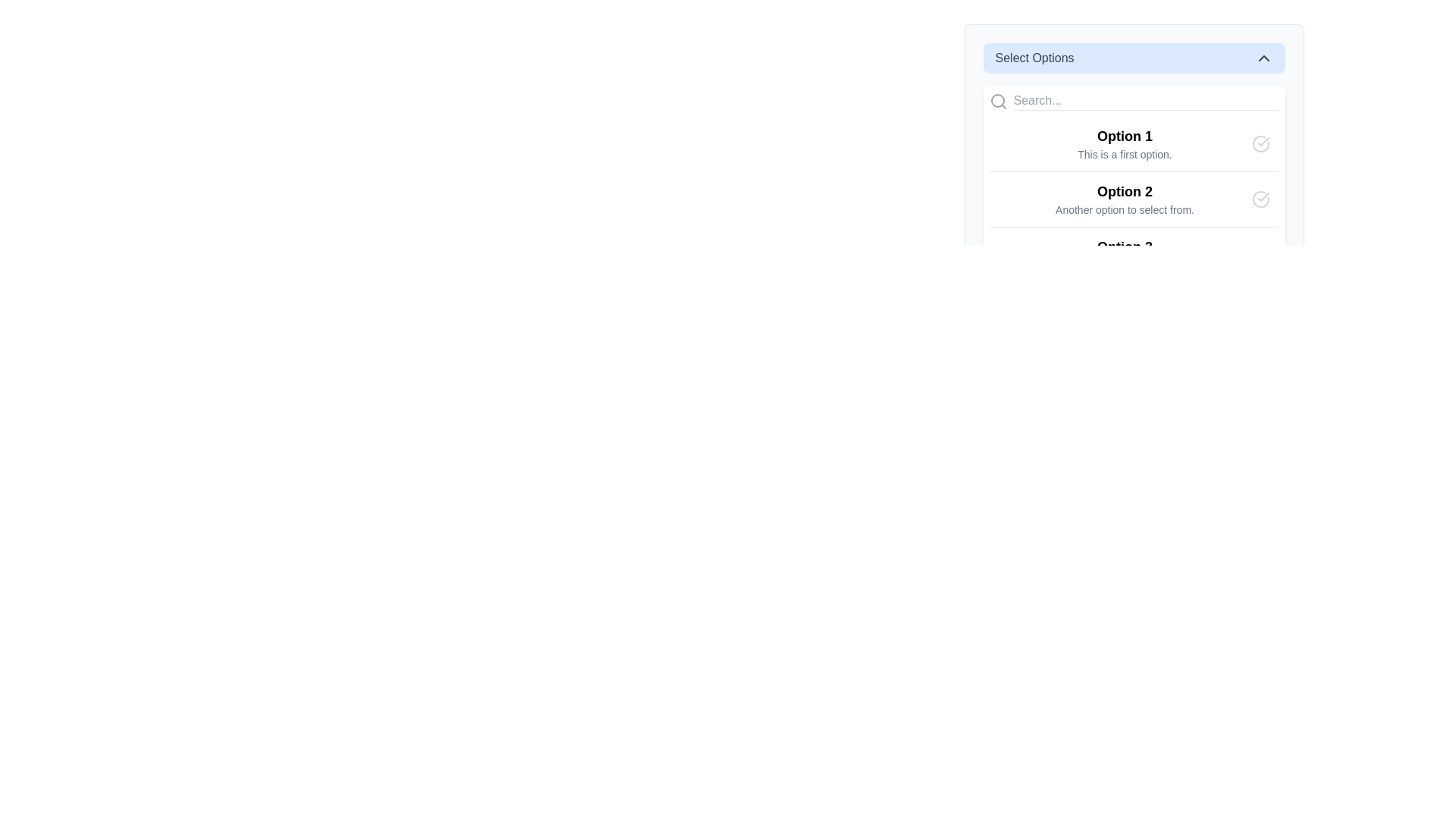 Image resolution: width=1456 pixels, height=819 pixels. What do you see at coordinates (1125, 253) in the screenshot?
I see `the list item displaying 'Option 3' with the description 'A third possible choice.'` at bounding box center [1125, 253].